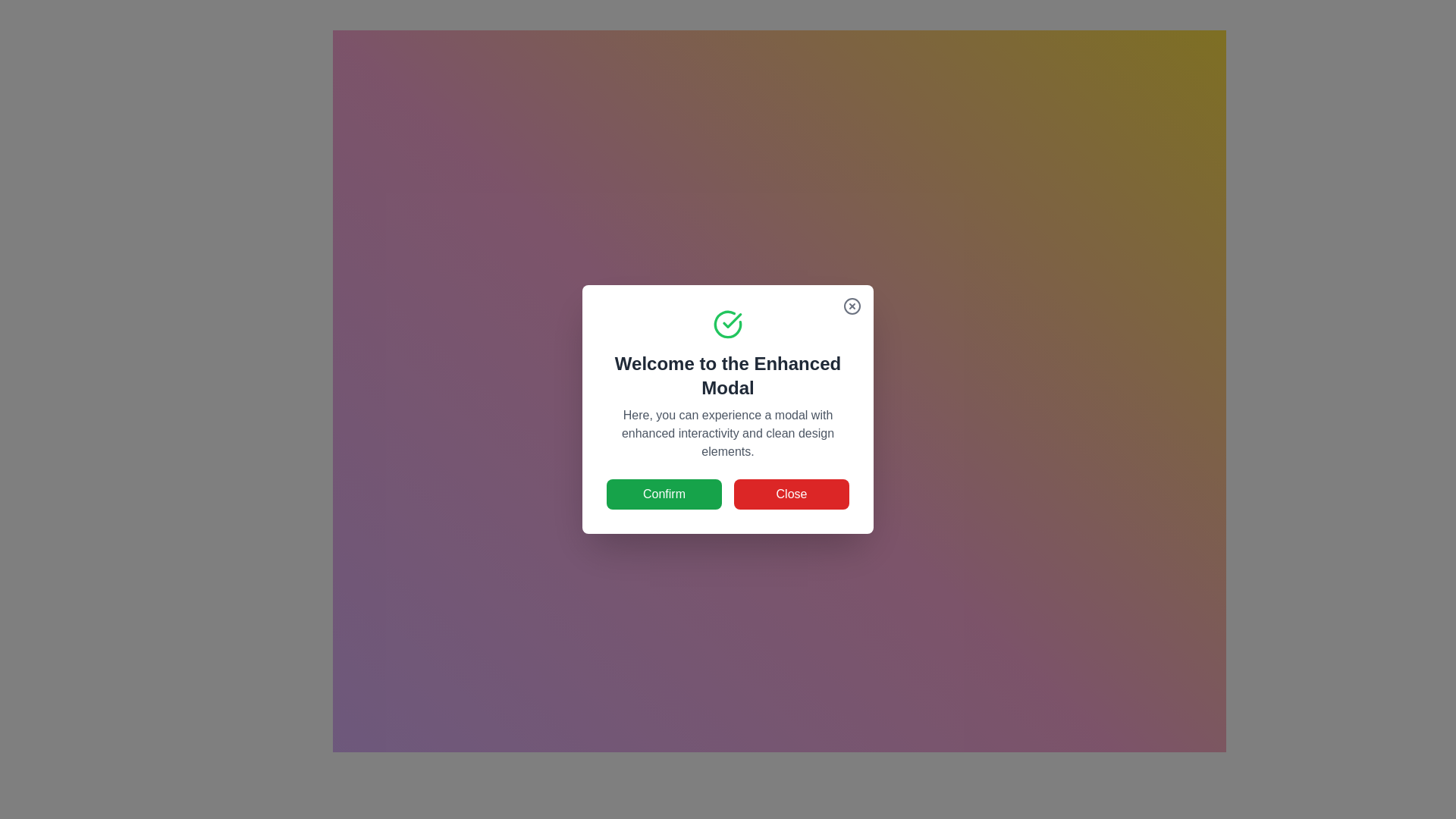 The width and height of the screenshot is (1456, 819). What do you see at coordinates (664, 494) in the screenshot?
I see `the 'Confirm' button located inside the modal box, which is positioned as the left button next to the red 'Close' button` at bounding box center [664, 494].